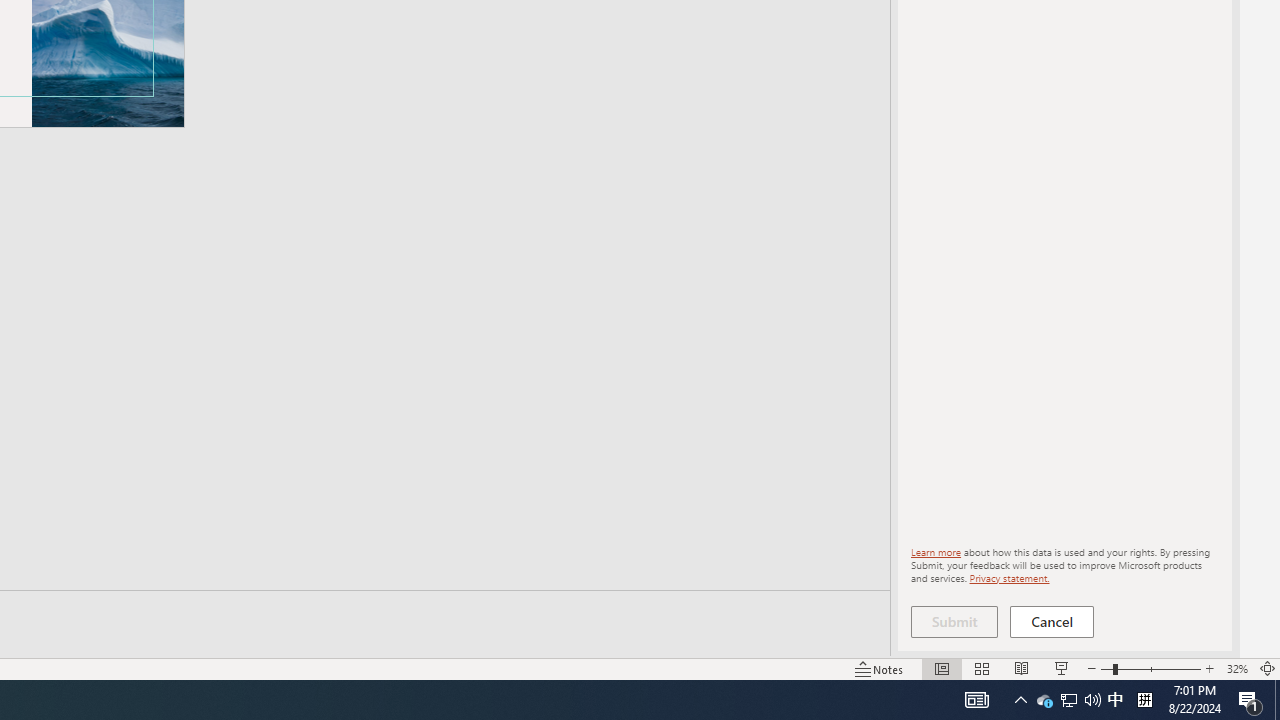 This screenshot has height=720, width=1280. Describe the element at coordinates (982, 669) in the screenshot. I see `'Slide Sorter'` at that location.